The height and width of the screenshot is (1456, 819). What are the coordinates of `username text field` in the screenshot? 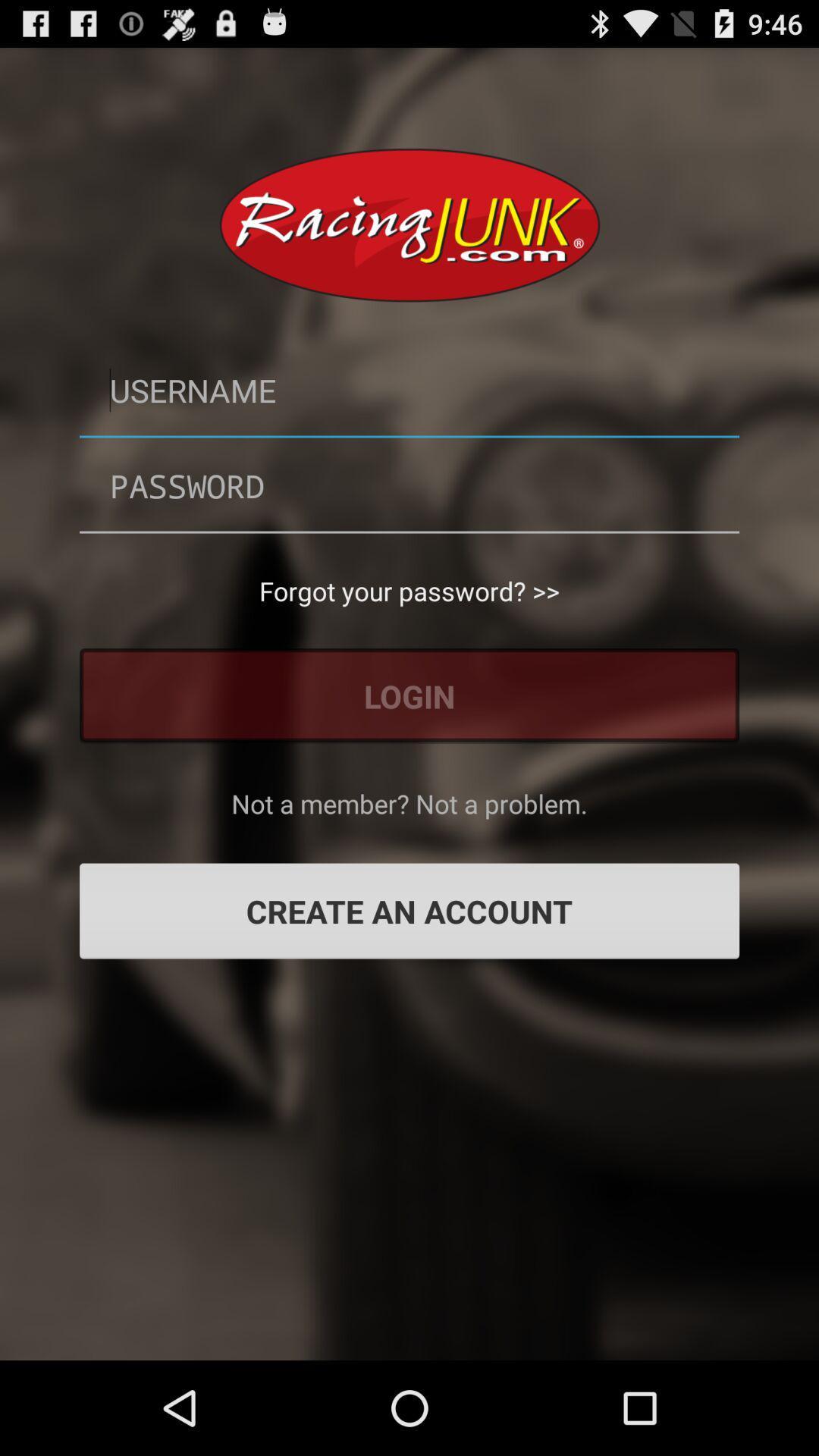 It's located at (409, 390).